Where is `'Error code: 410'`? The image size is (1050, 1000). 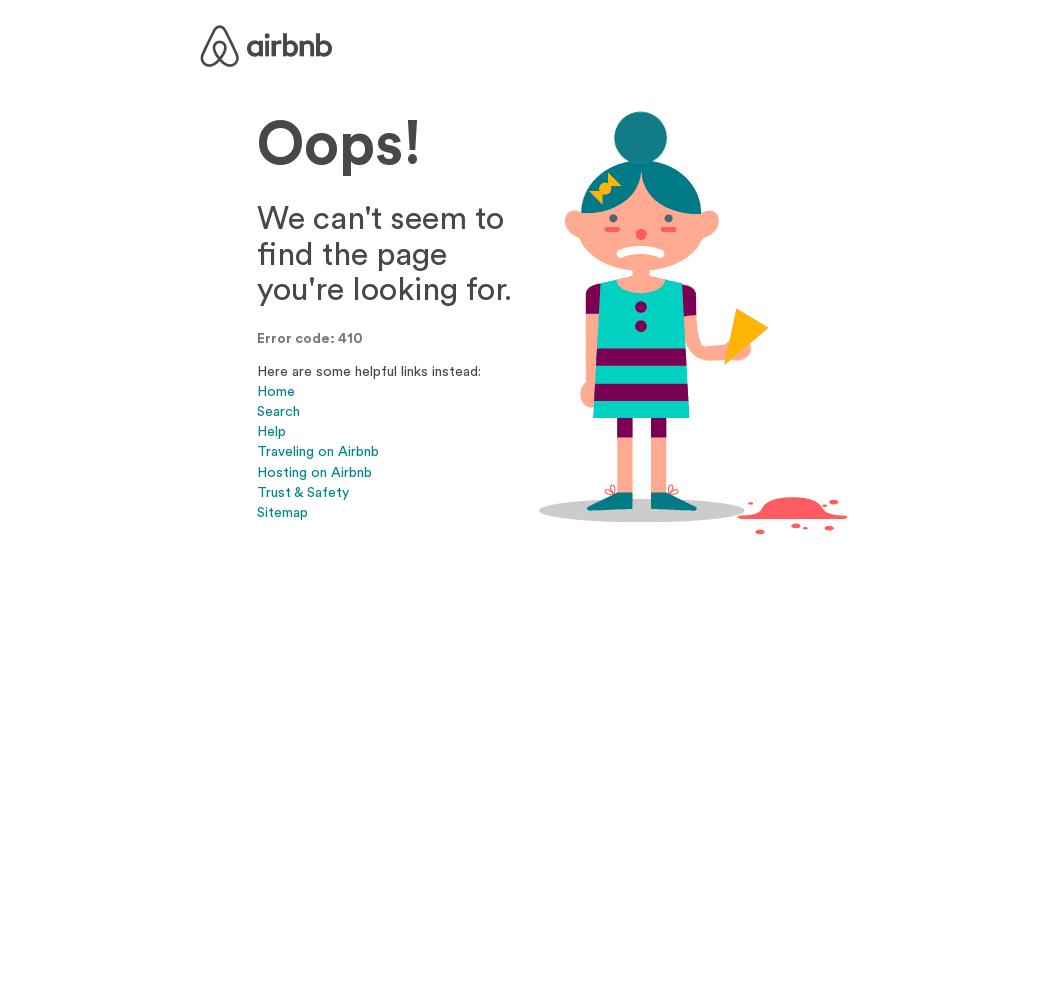 'Error code: 410' is located at coordinates (309, 337).